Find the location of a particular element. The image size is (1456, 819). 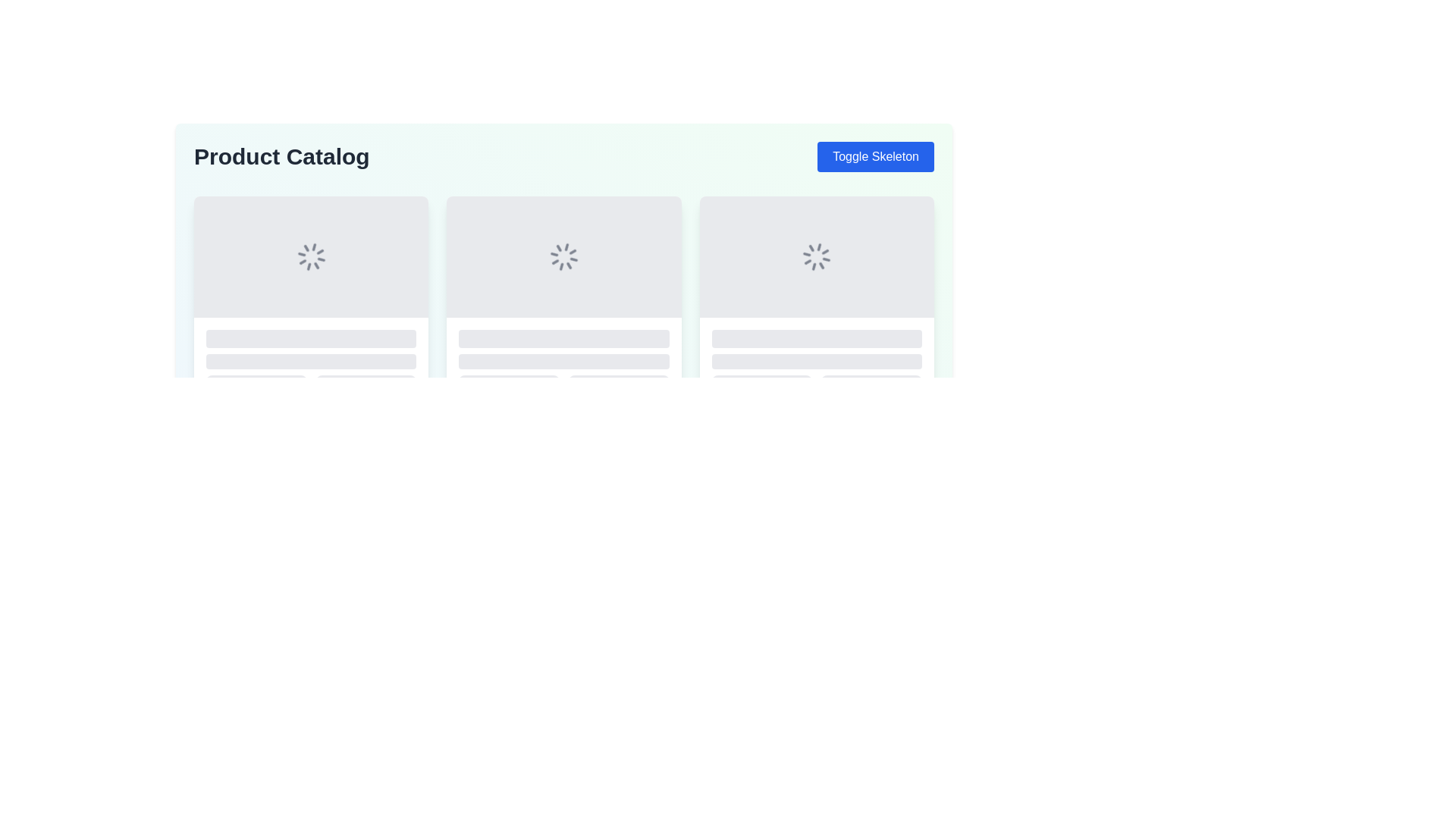

the second loading/placeholder card in the grid layout that indicates content is being loaded is located at coordinates (563, 298).